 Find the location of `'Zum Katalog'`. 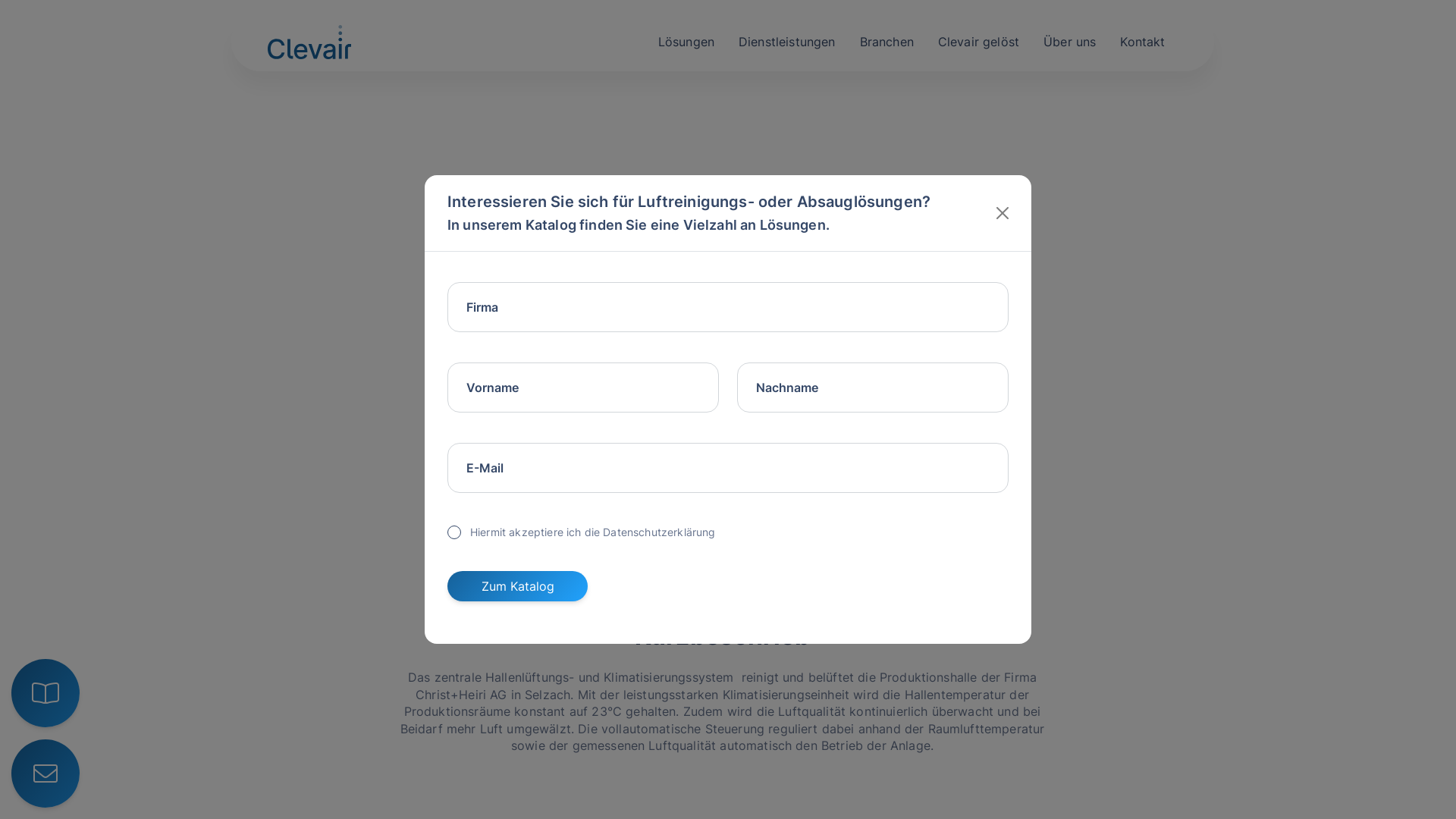

'Zum Katalog' is located at coordinates (447, 585).